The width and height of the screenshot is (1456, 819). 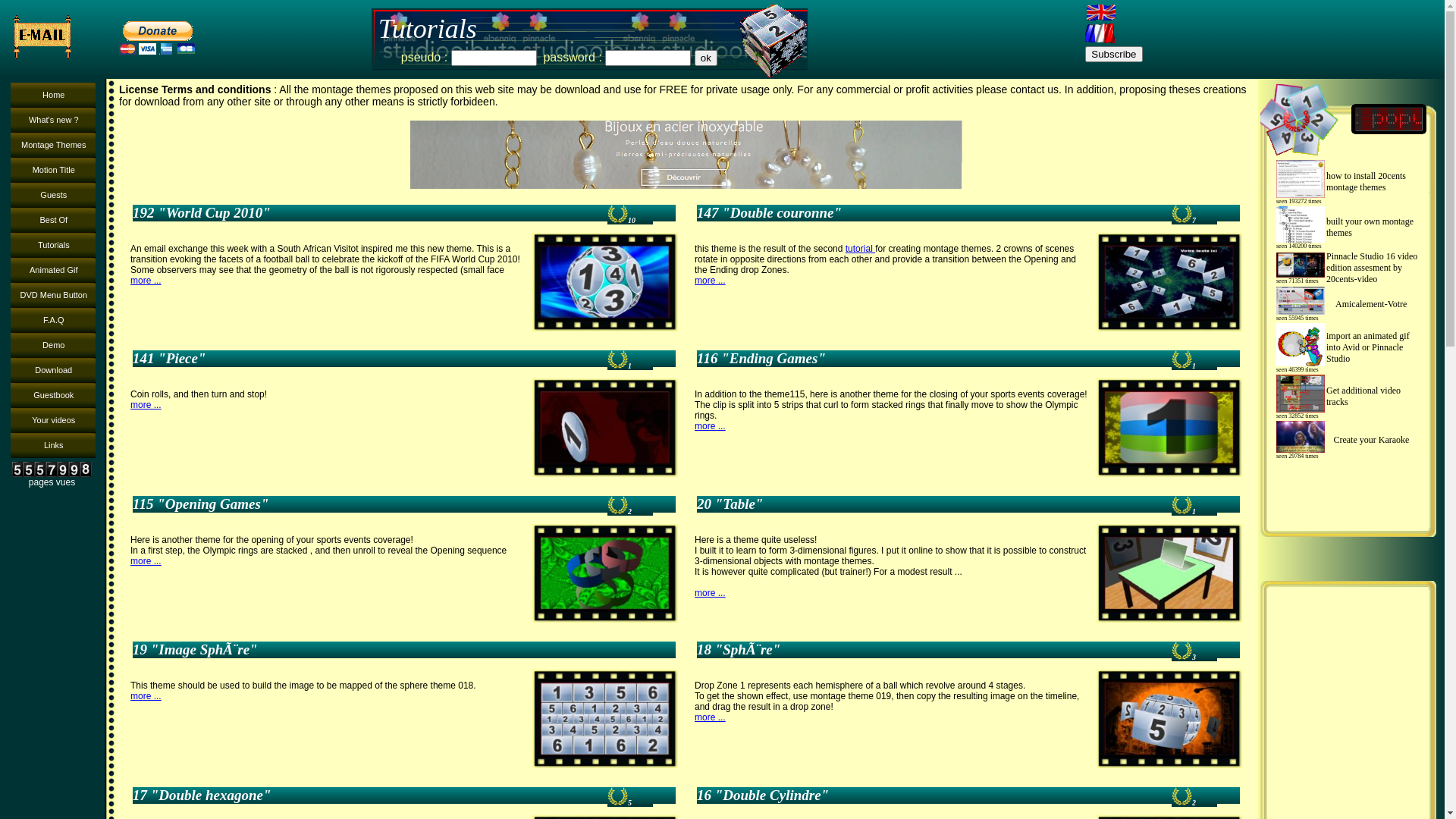 I want to click on 'Home', so click(x=53, y=95).